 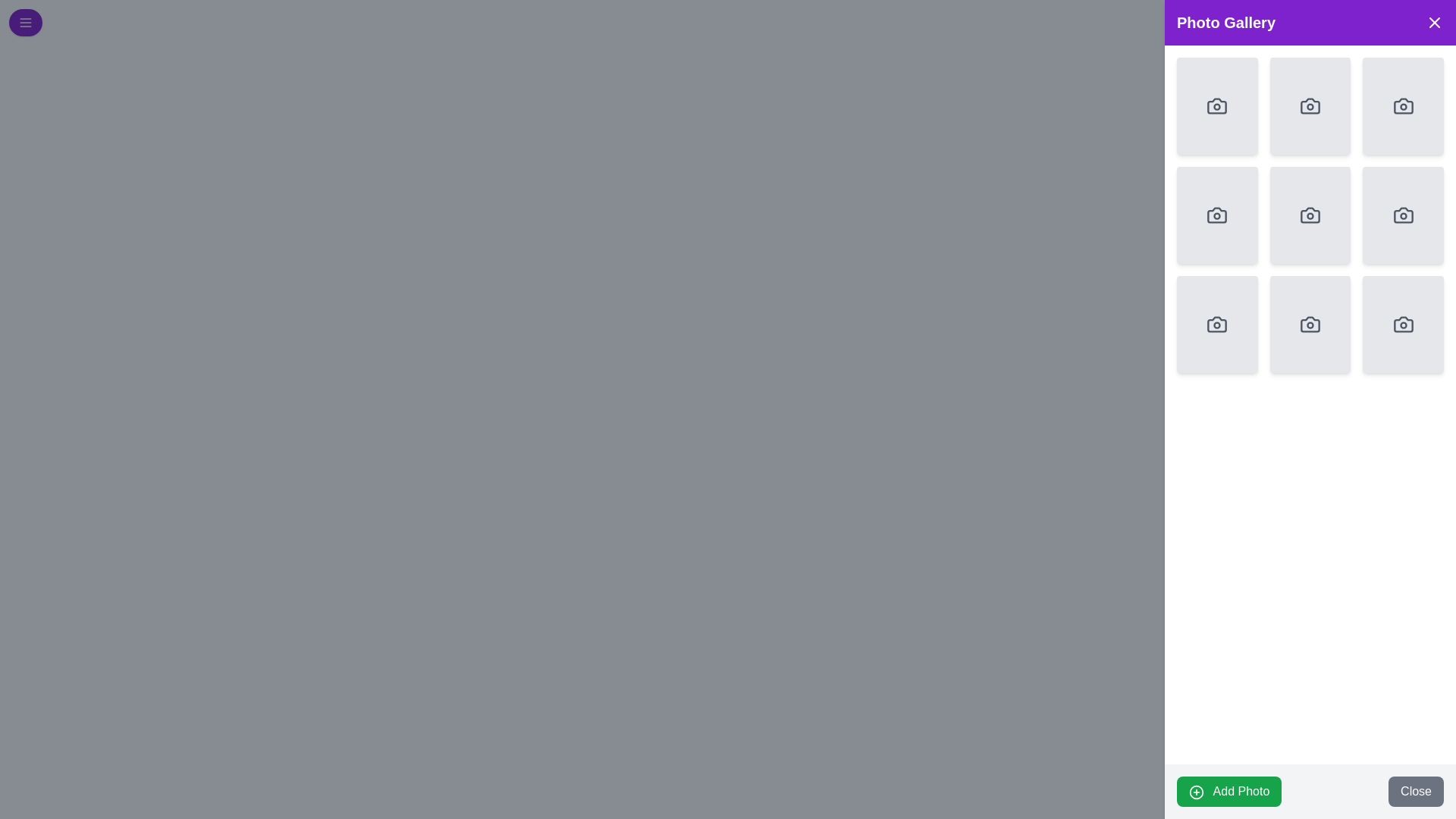 What do you see at coordinates (1433, 23) in the screenshot?
I see `the close button located at the top-right corner of the 'Photo Gallery' header` at bounding box center [1433, 23].